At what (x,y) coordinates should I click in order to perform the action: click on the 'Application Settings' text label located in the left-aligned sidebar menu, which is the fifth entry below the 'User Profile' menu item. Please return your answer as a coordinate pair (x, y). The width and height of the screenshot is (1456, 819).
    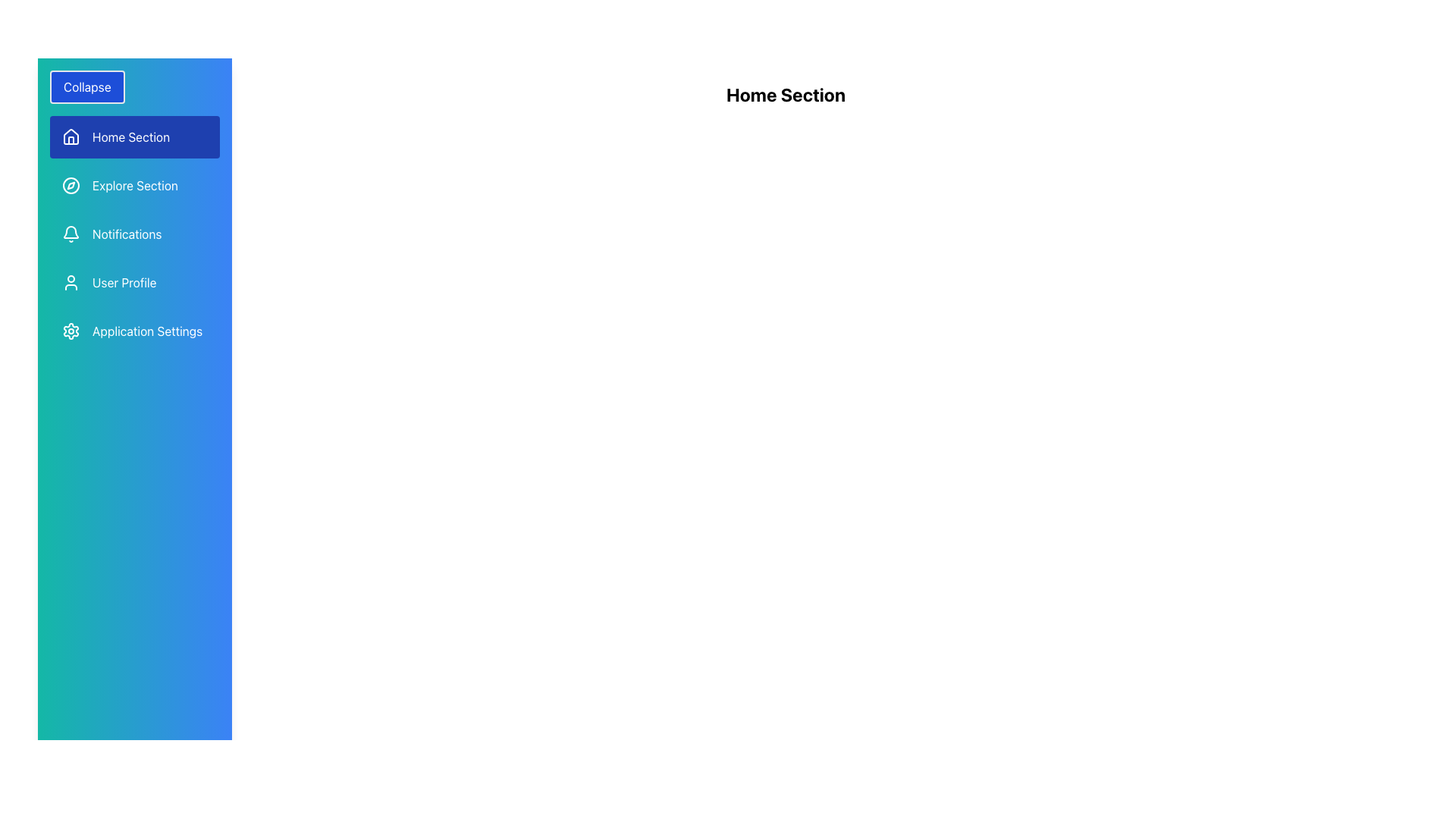
    Looking at the image, I should click on (147, 330).